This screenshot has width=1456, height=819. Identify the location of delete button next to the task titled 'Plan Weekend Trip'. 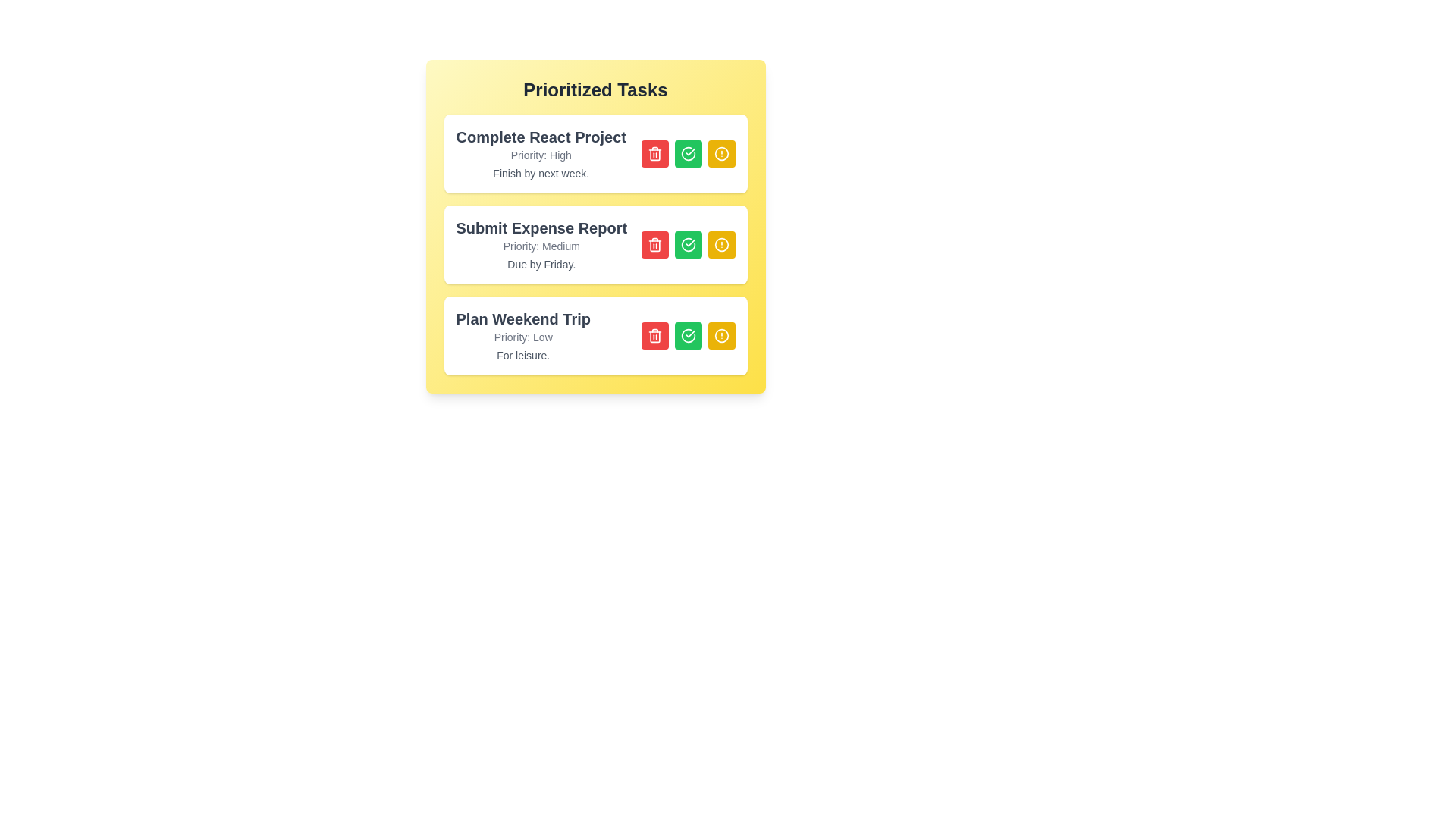
(654, 335).